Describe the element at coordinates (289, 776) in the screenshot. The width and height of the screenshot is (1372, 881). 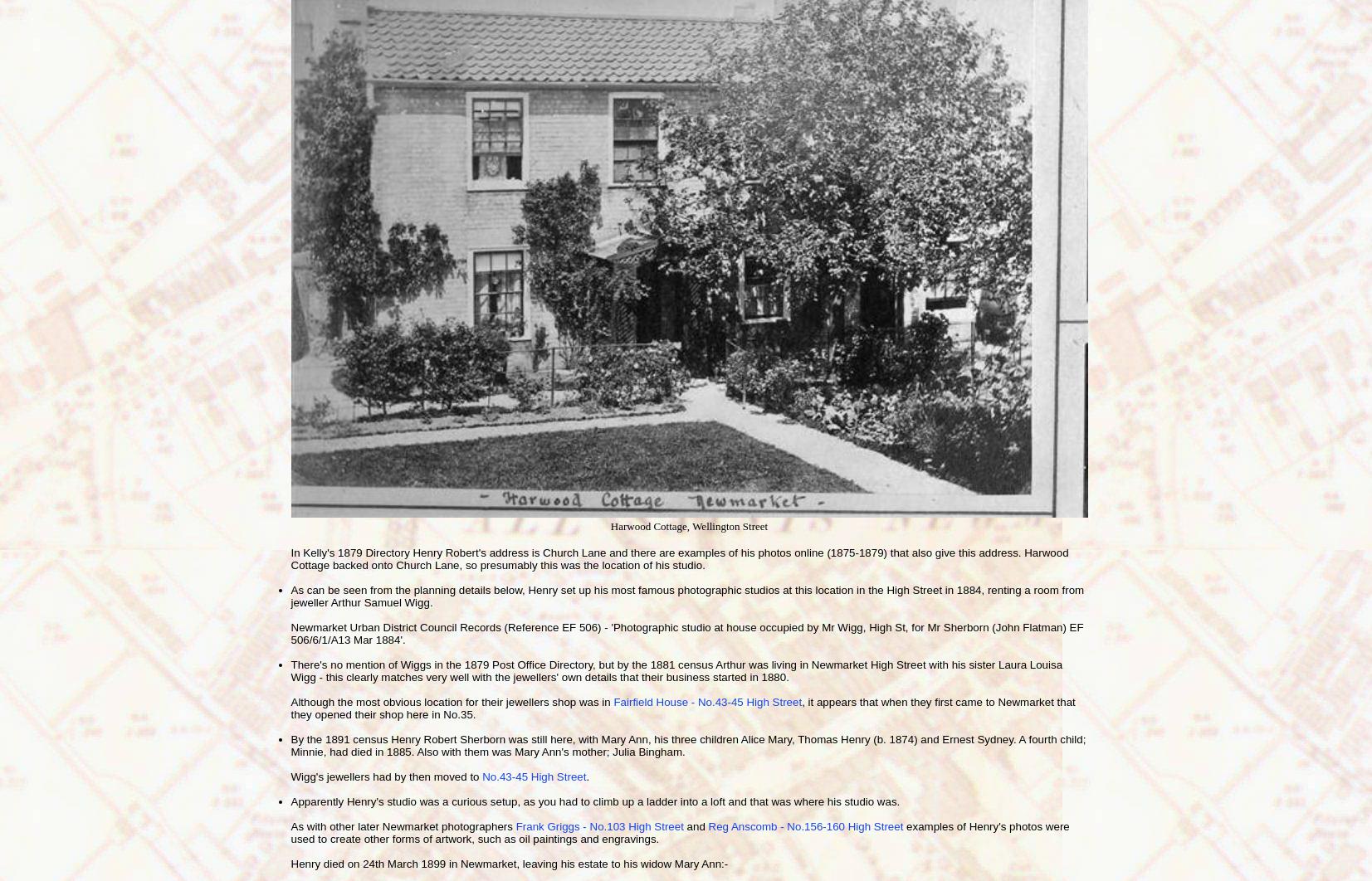
I see `'Wigg's jewellers had by then moved to'` at that location.